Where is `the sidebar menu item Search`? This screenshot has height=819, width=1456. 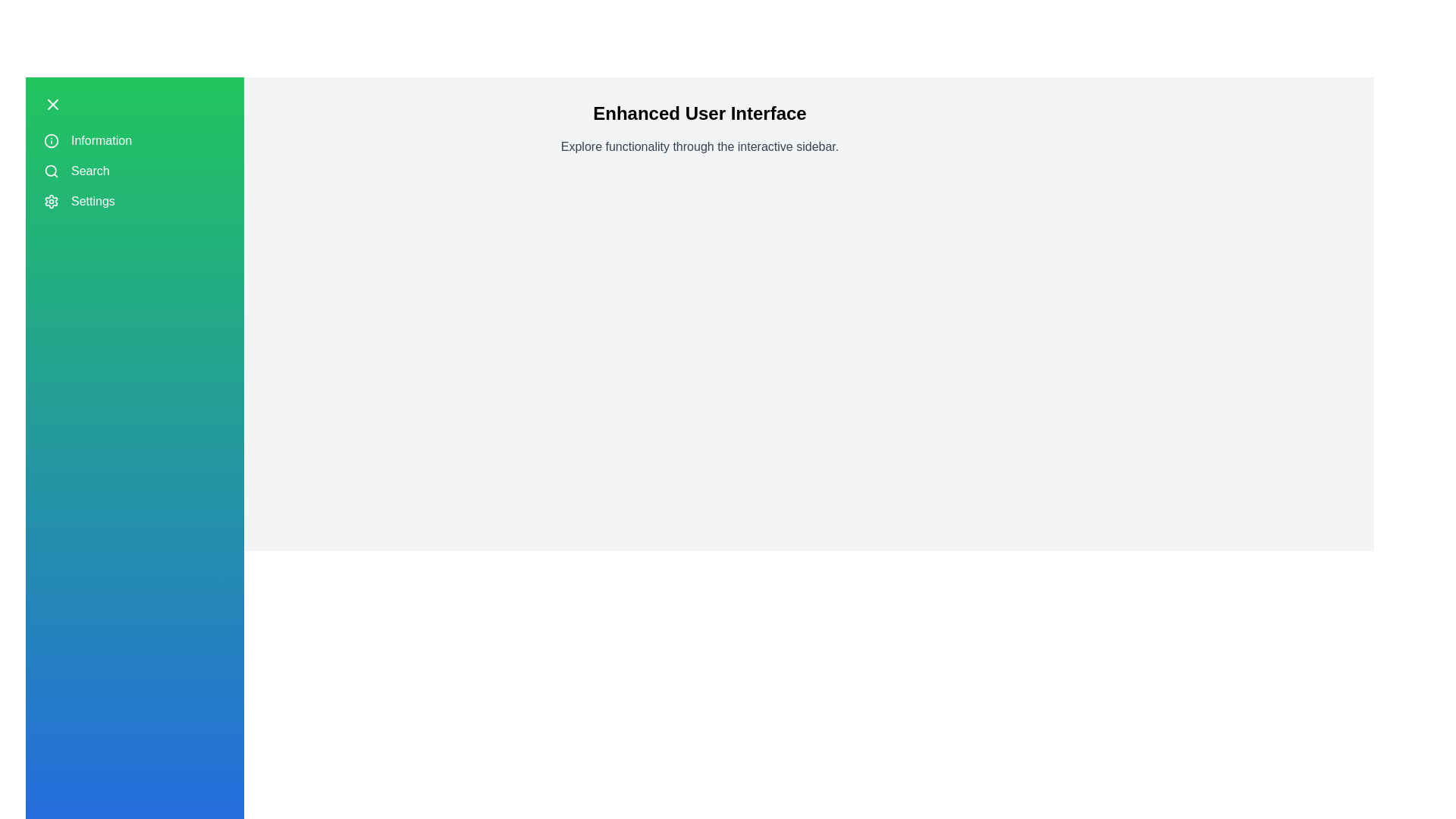 the sidebar menu item Search is located at coordinates (134, 171).